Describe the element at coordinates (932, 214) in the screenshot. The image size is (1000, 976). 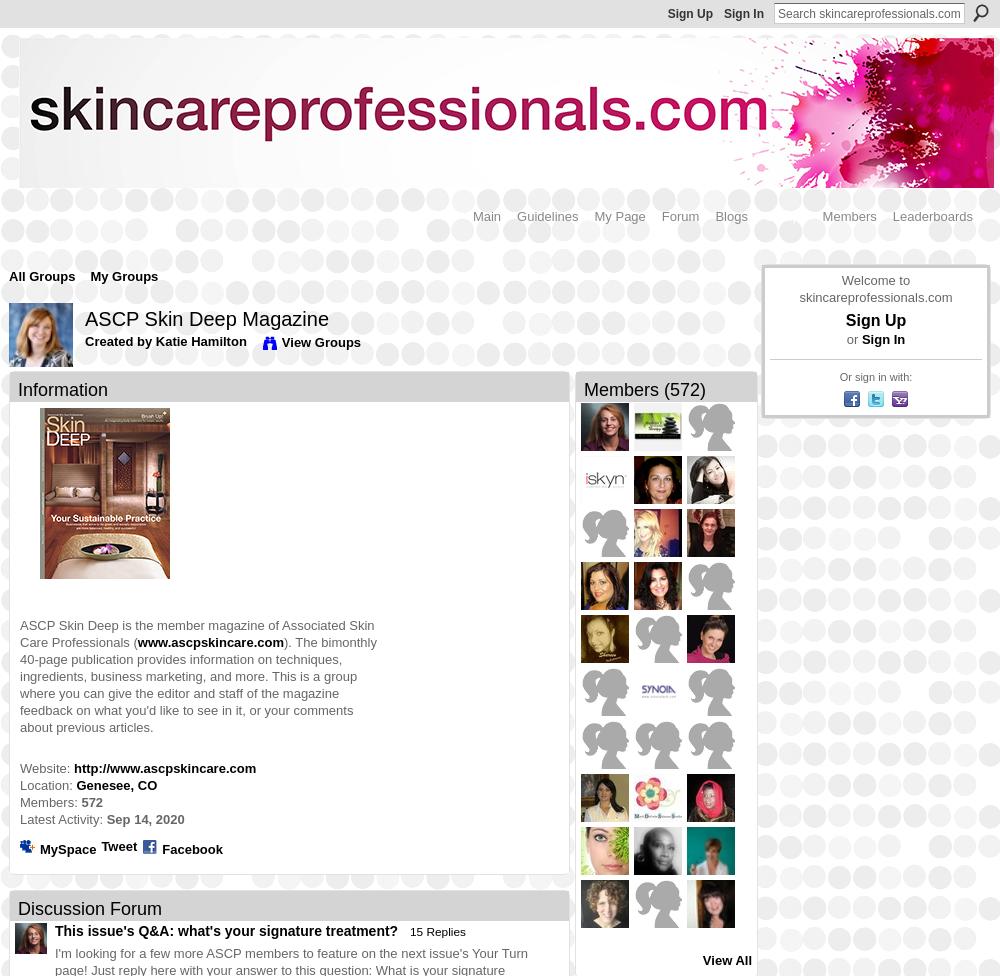
I see `'Leaderboards'` at that location.